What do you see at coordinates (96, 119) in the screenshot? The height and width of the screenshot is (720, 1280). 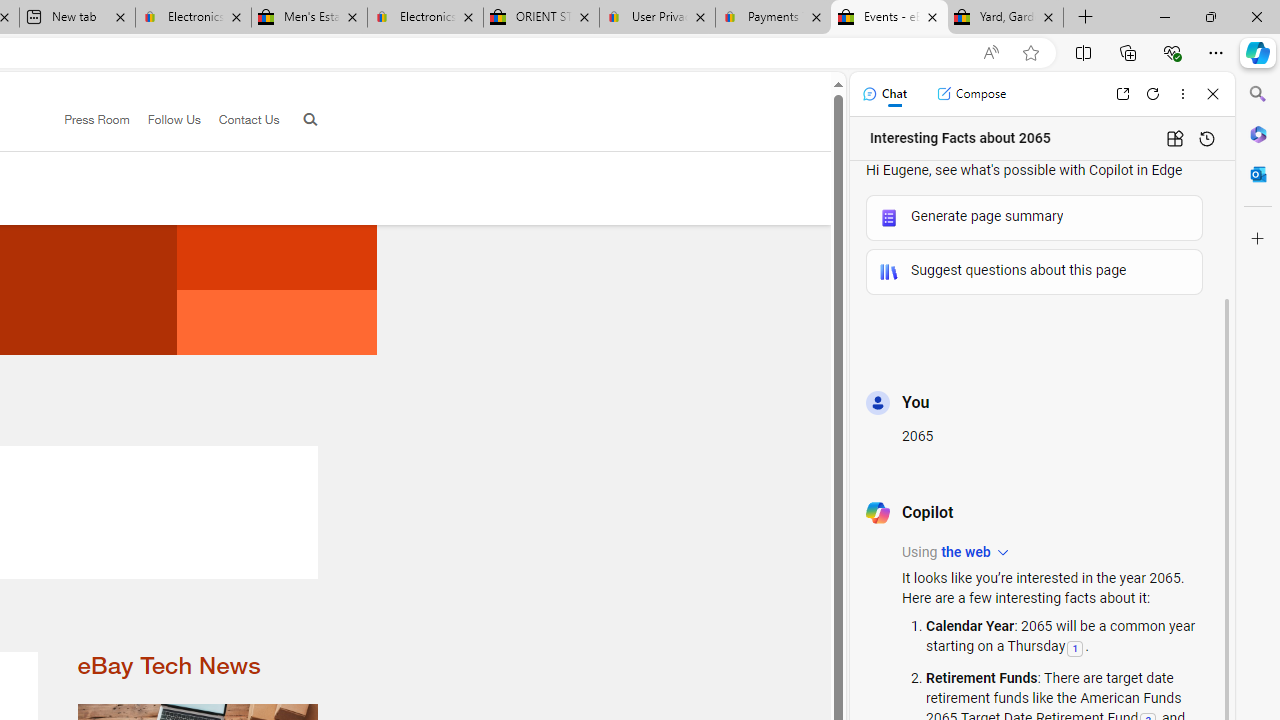 I see `'Press Room'` at bounding box center [96, 119].